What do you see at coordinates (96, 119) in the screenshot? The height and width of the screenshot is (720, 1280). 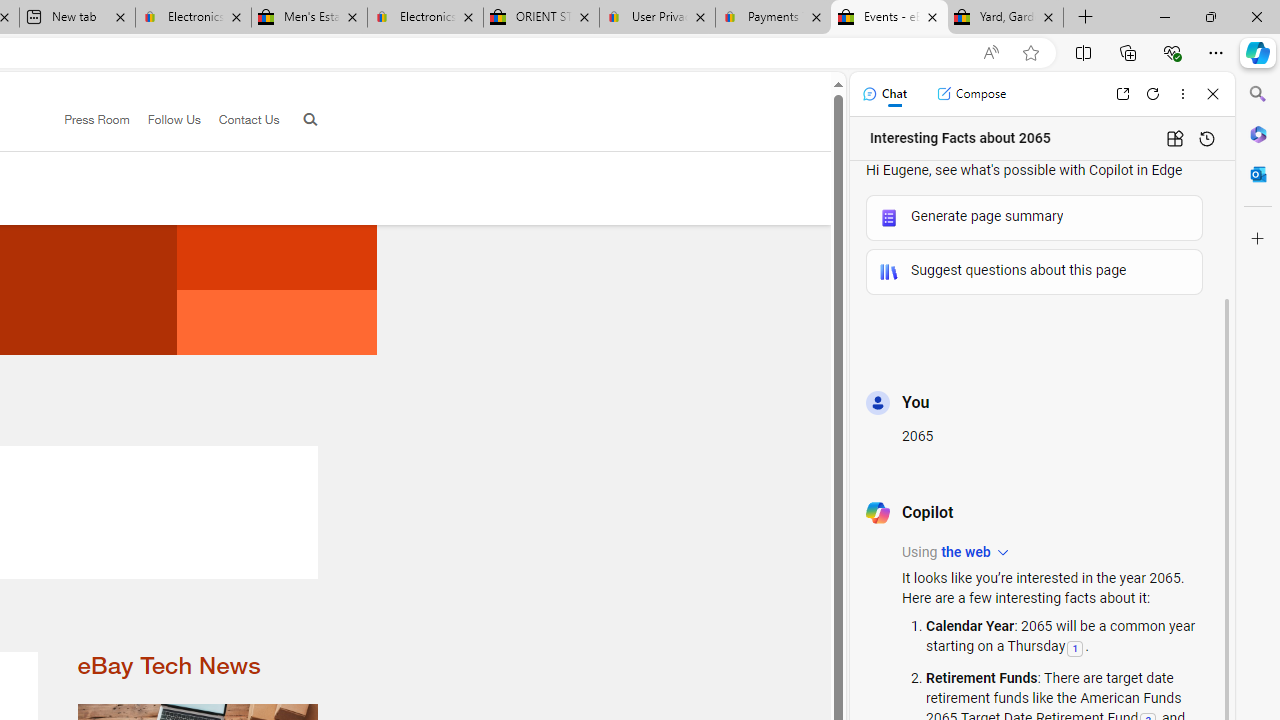 I see `'Press Room'` at bounding box center [96, 119].